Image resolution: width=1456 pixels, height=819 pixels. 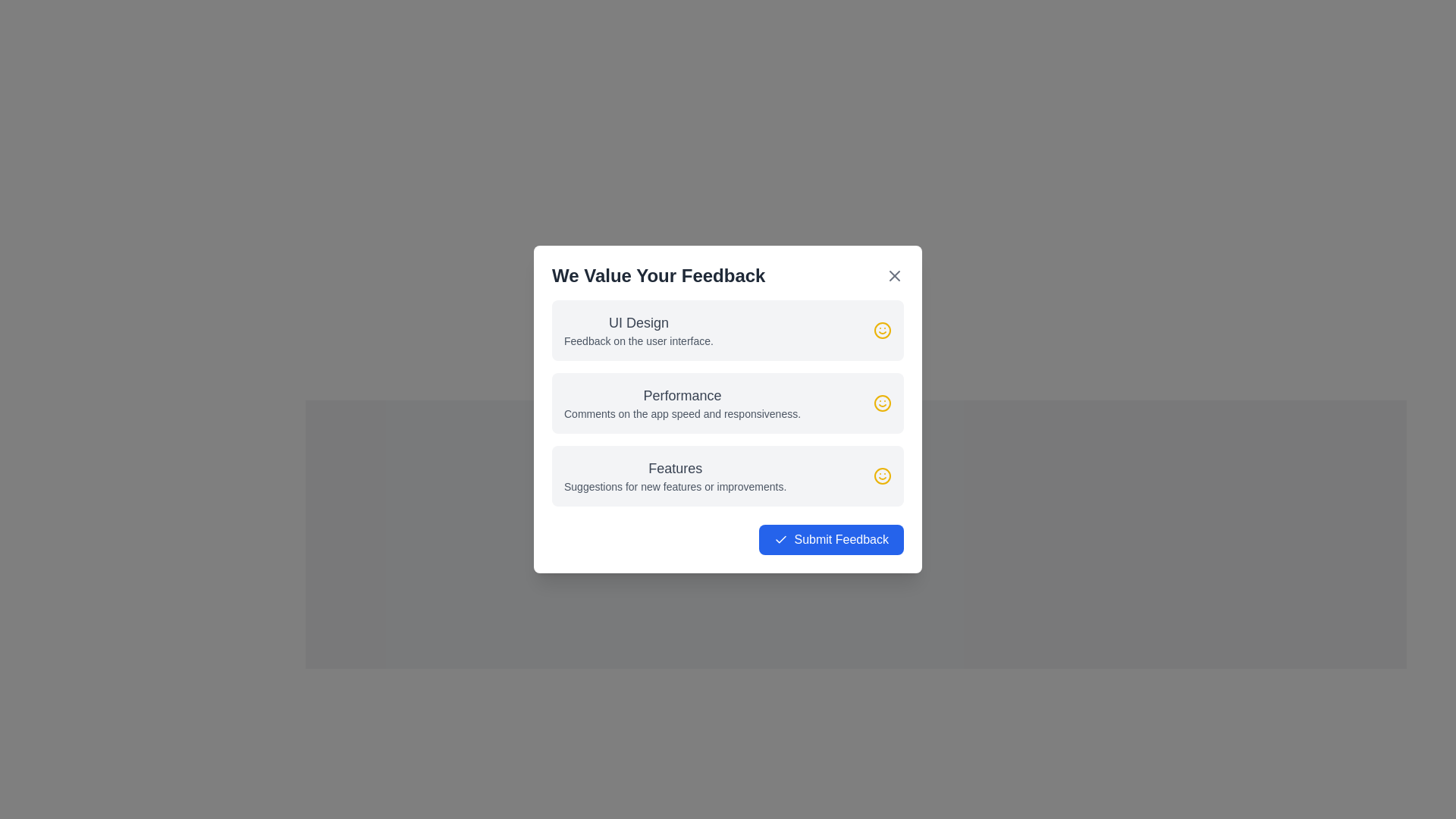 What do you see at coordinates (728, 329) in the screenshot?
I see `the first selectable list item labeled 'UI Design'` at bounding box center [728, 329].